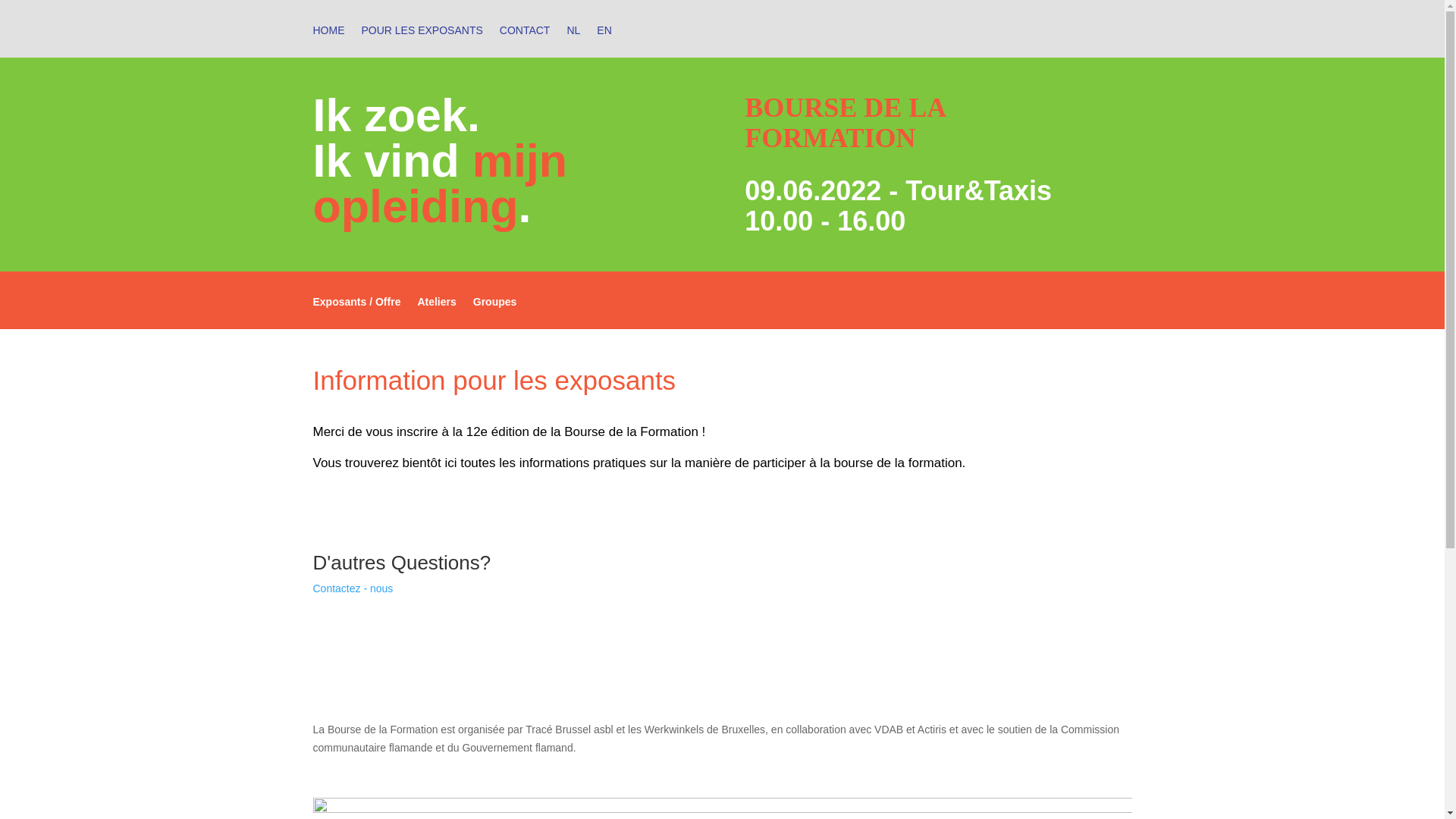 This screenshot has height=819, width=1456. What do you see at coordinates (312, 40) in the screenshot?
I see `'HOME'` at bounding box center [312, 40].